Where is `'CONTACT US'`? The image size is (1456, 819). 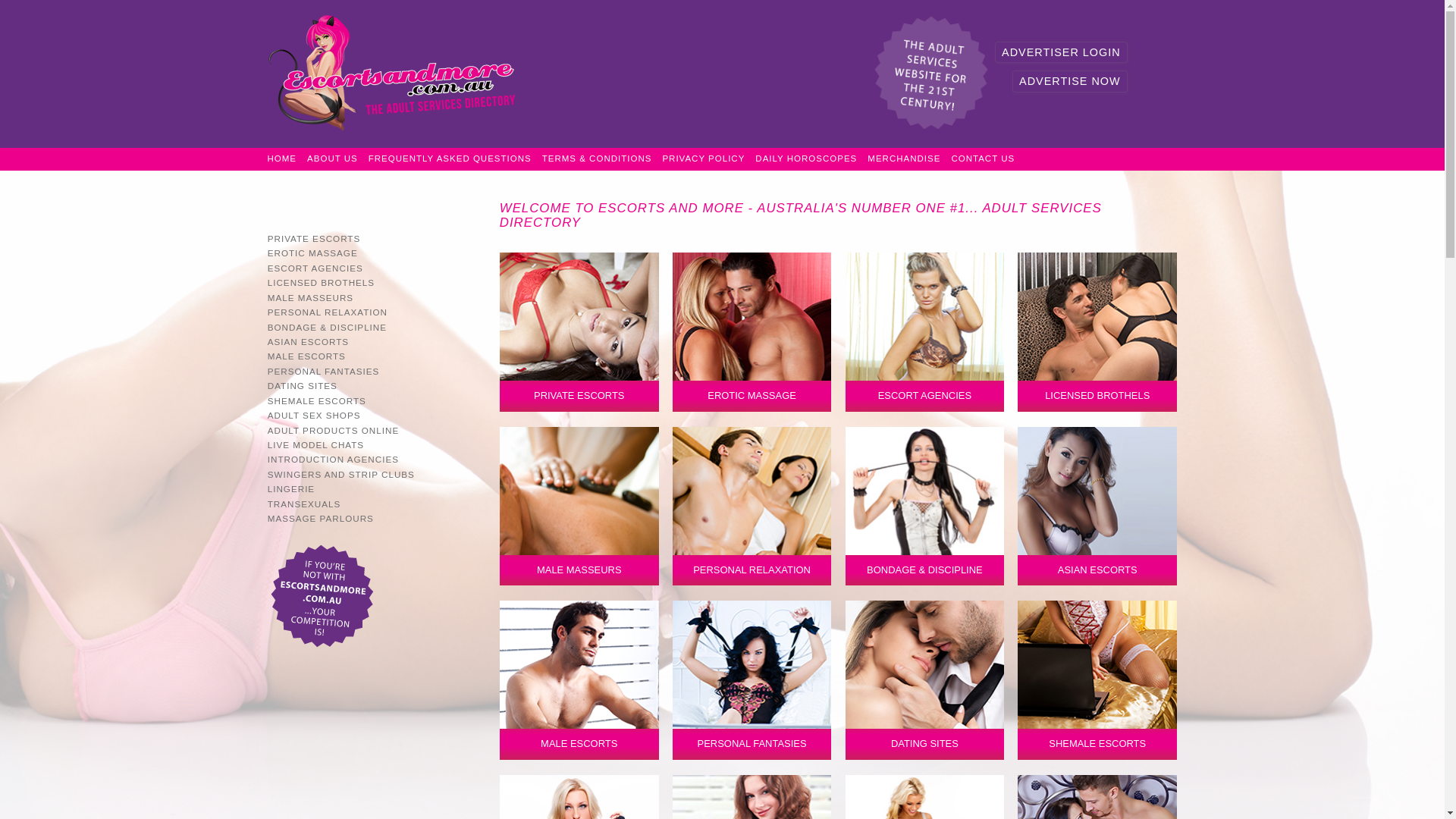
'CONTACT US' is located at coordinates (983, 158).